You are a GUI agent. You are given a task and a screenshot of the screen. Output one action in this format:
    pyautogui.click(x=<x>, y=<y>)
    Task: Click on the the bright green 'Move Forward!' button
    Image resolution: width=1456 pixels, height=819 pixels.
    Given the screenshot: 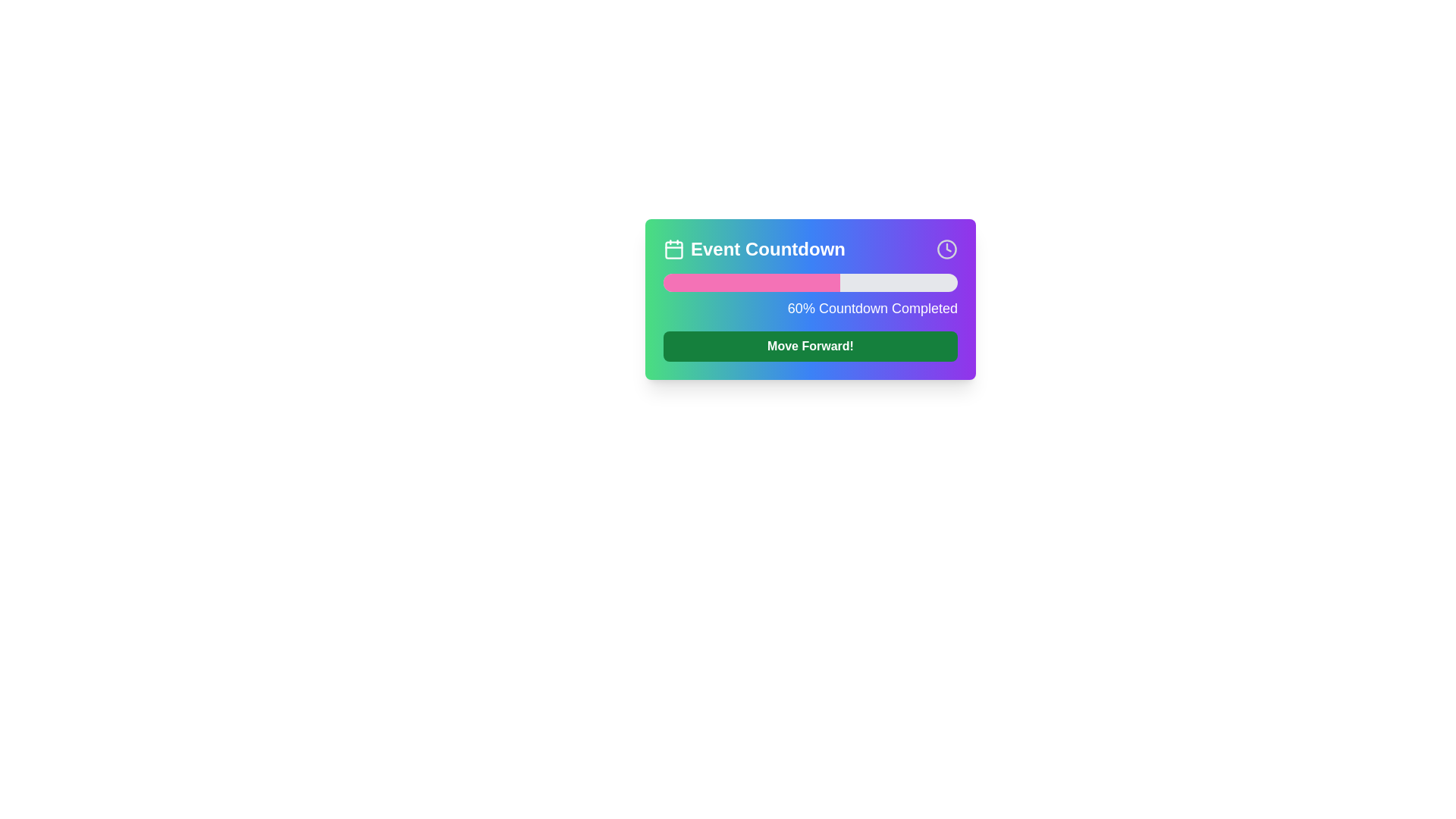 What is the action you would take?
    pyautogui.click(x=810, y=346)
    